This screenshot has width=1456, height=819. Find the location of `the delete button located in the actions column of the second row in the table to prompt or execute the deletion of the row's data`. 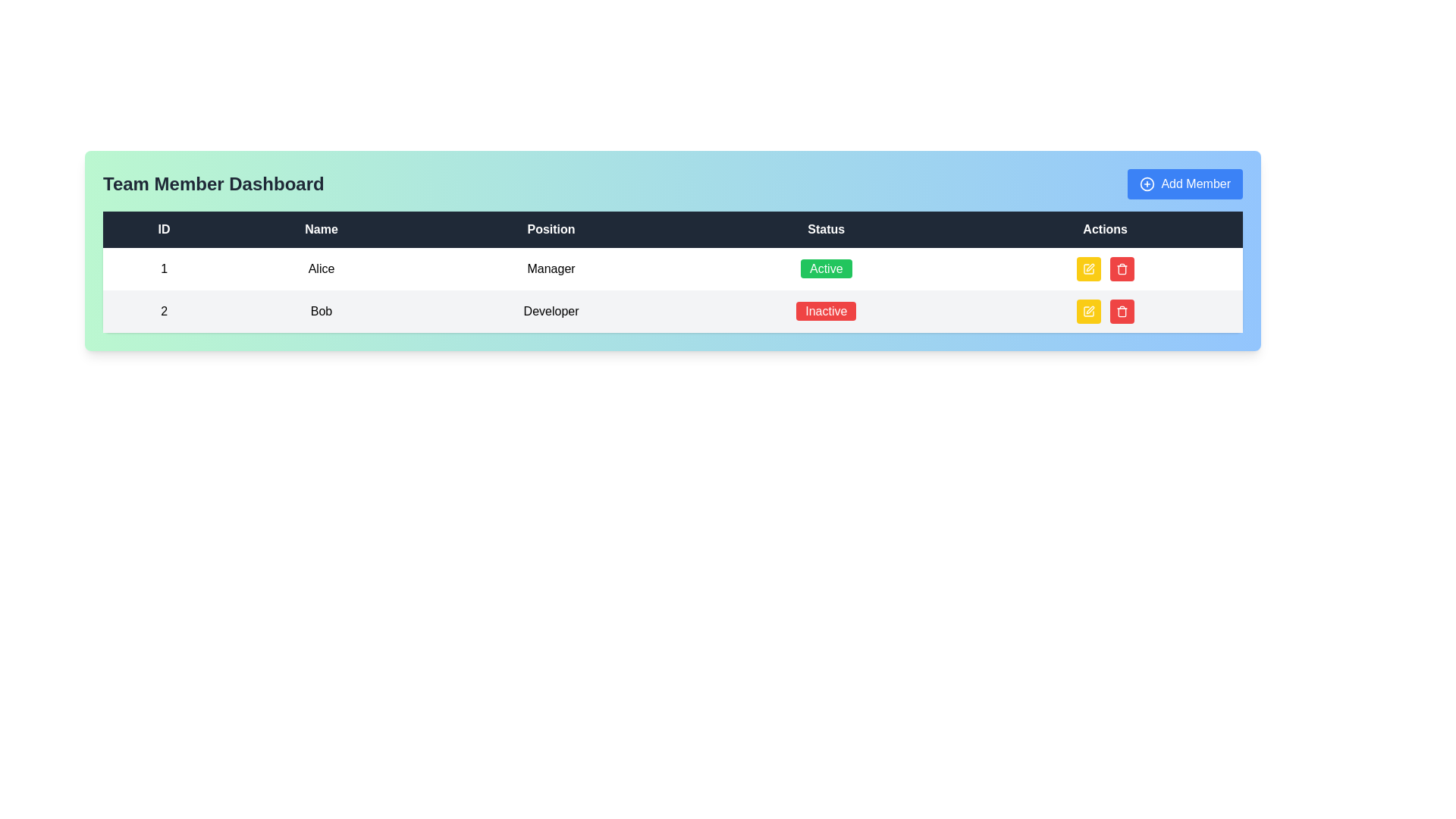

the delete button located in the actions column of the second row in the table to prompt or execute the deletion of the row's data is located at coordinates (1122, 311).